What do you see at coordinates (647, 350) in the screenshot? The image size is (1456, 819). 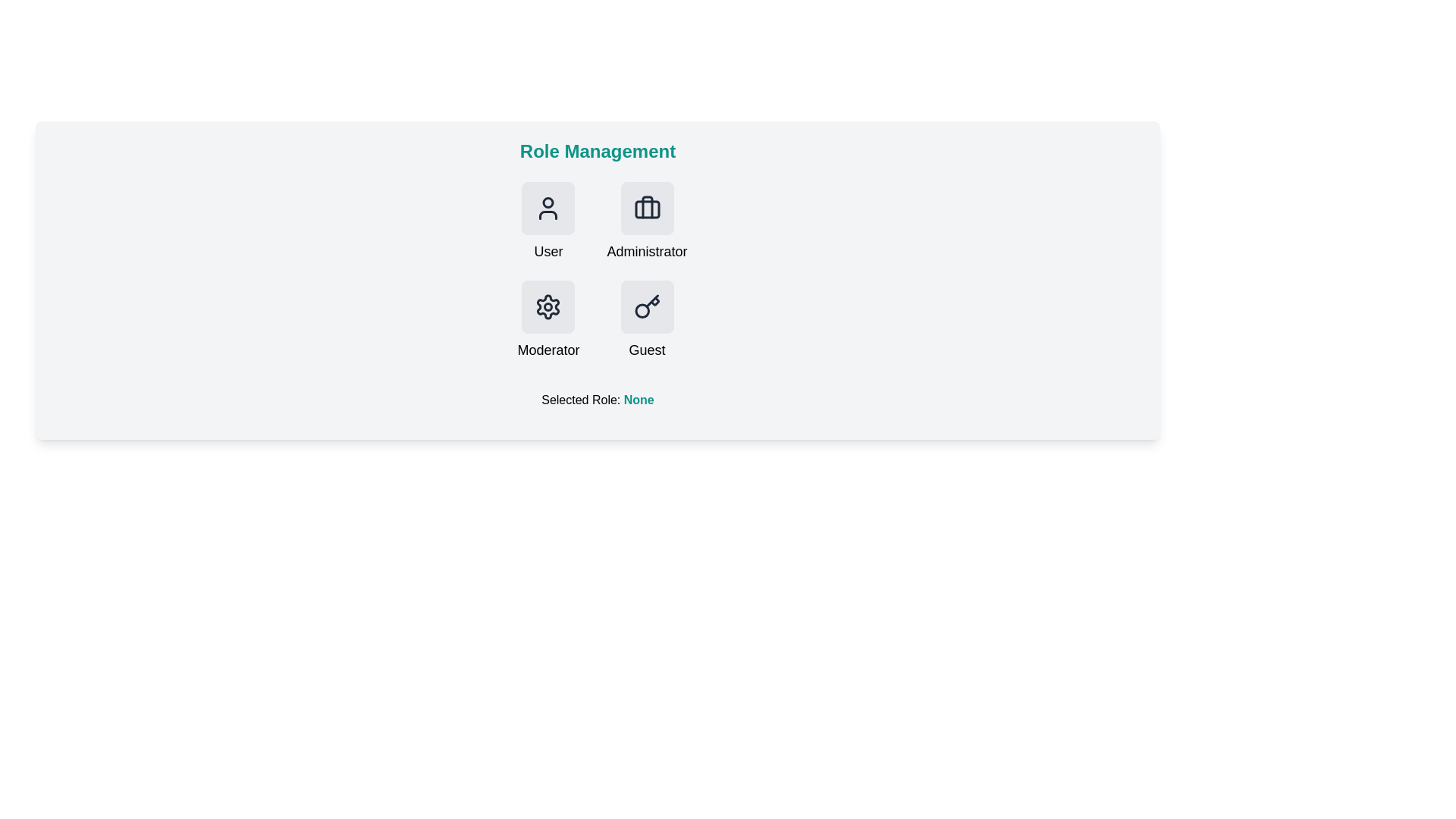 I see `the static text label indicating the 'Guest' role, which is located below the key icon in the lower-right quadrant of the layout` at bounding box center [647, 350].